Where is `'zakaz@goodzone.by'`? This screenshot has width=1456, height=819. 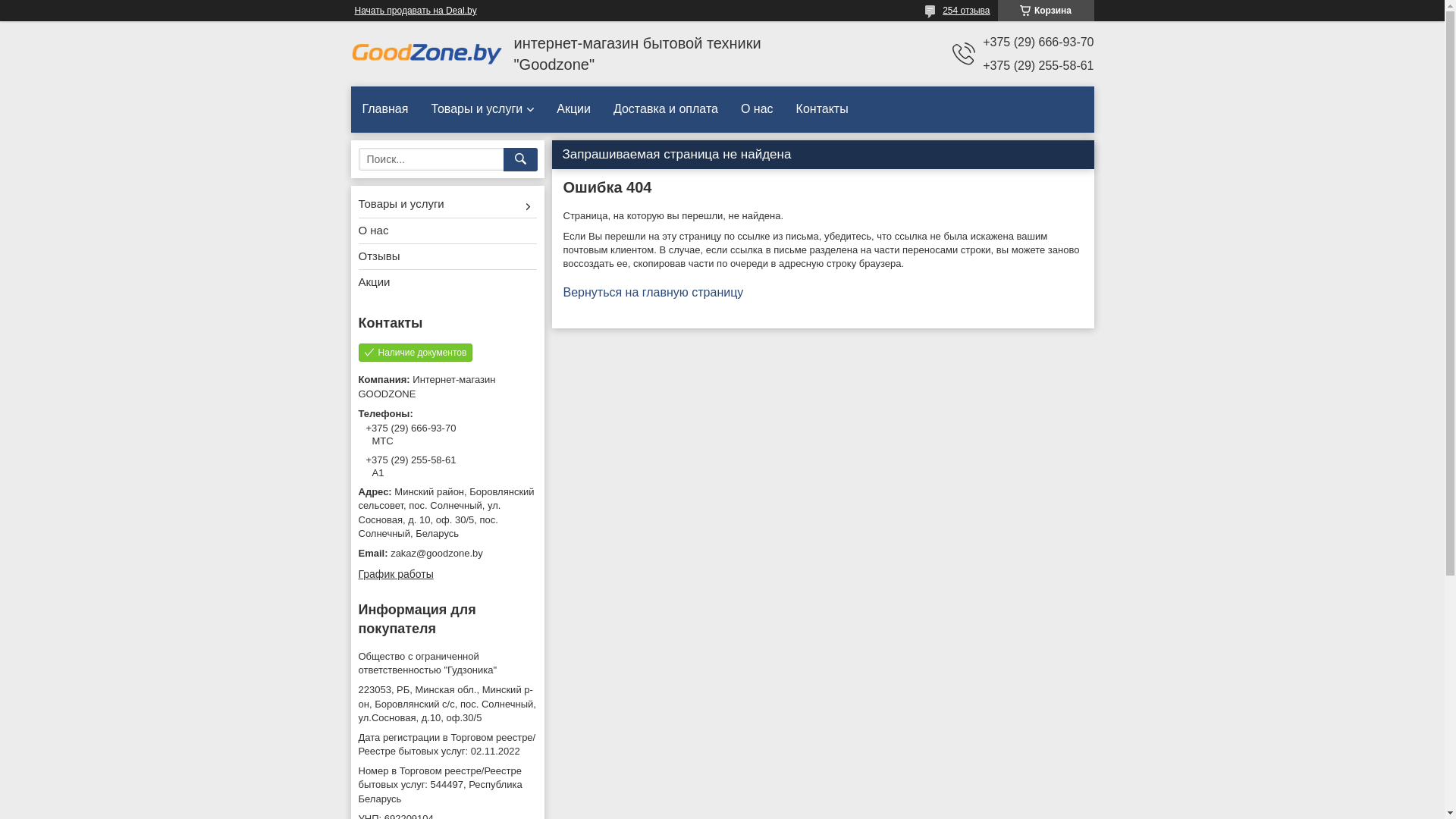 'zakaz@goodzone.by' is located at coordinates (446, 553).